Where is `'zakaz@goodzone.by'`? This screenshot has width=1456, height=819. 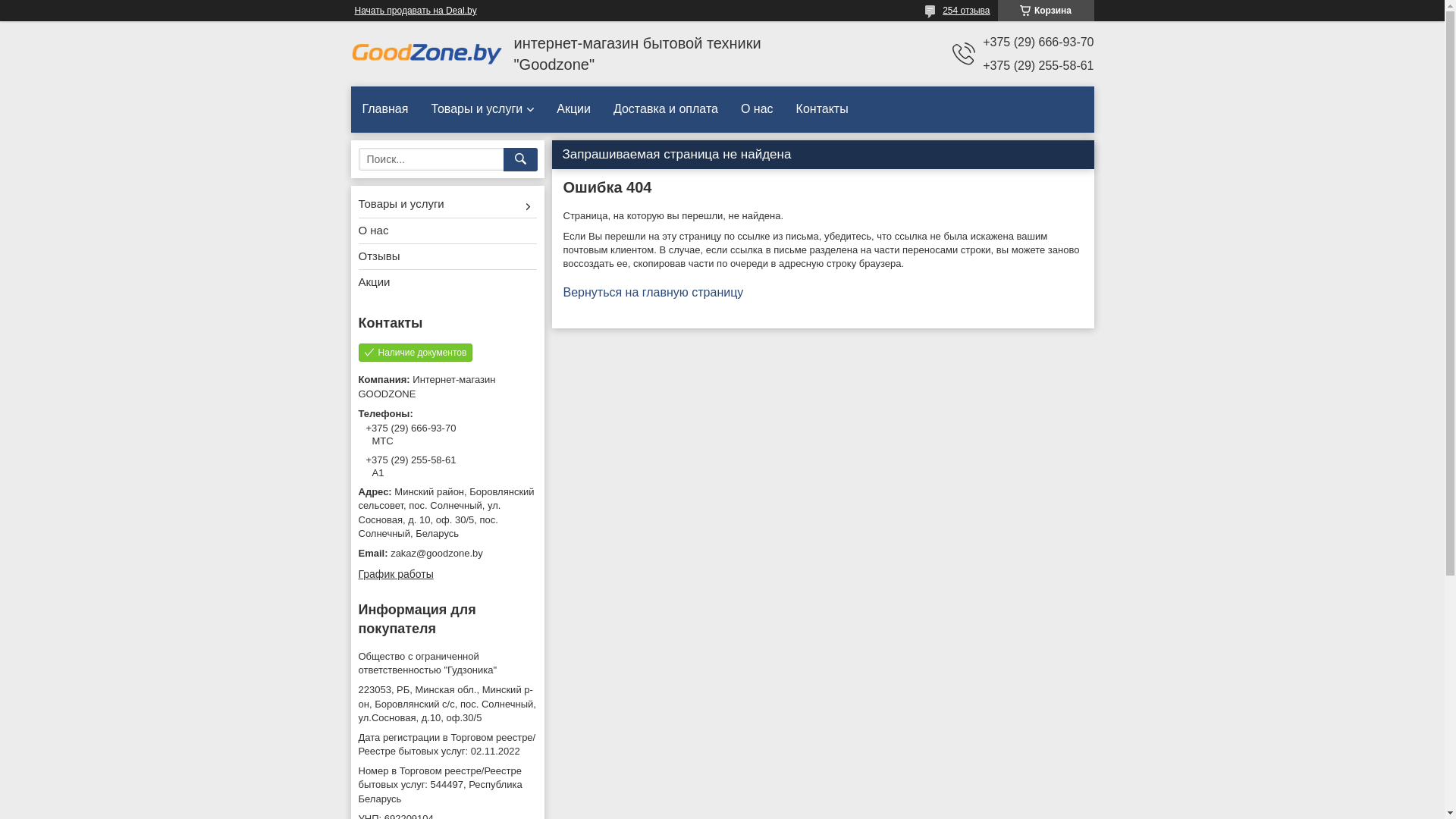 'zakaz@goodzone.by' is located at coordinates (446, 553).